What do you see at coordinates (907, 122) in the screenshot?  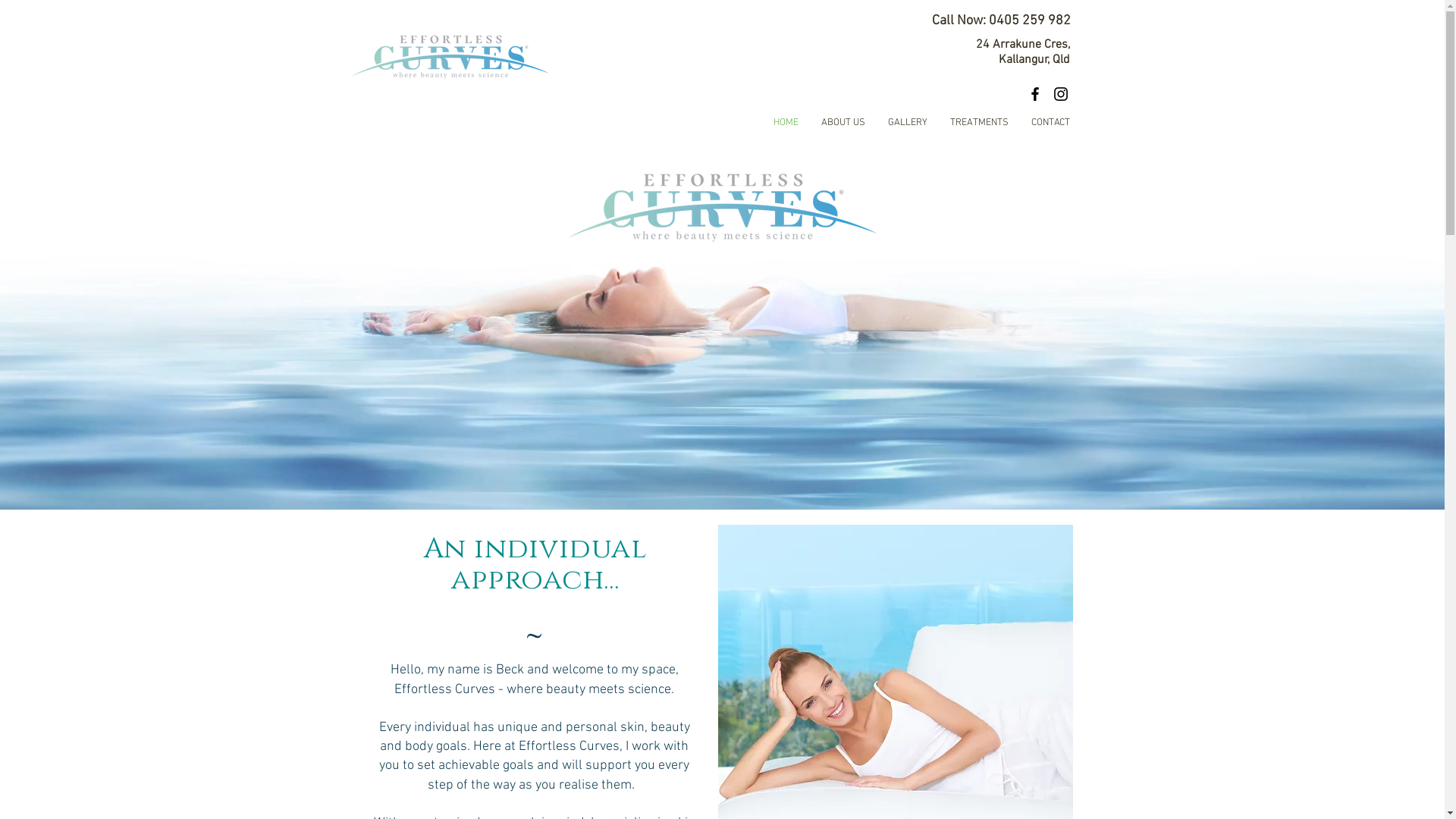 I see `'GALLERY'` at bounding box center [907, 122].